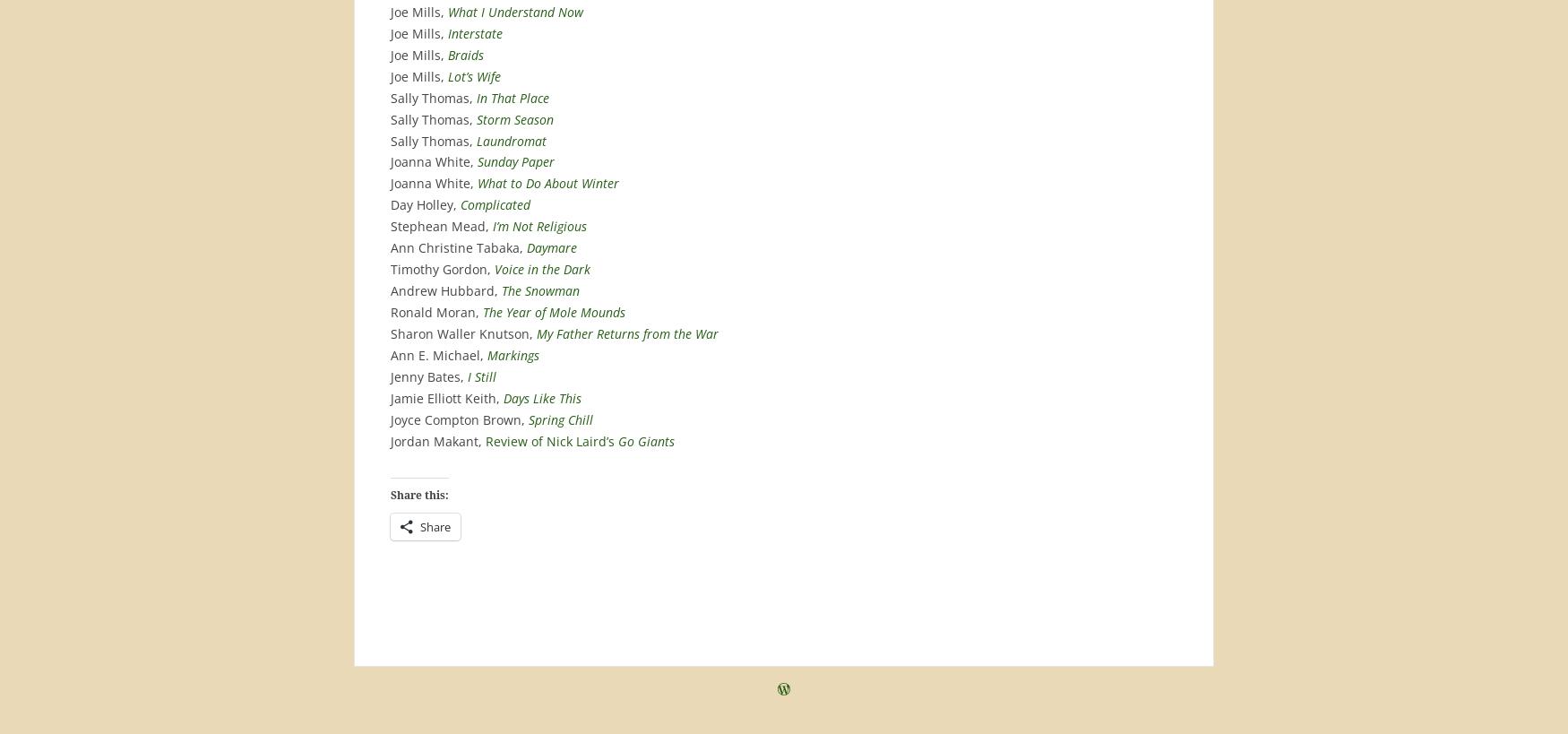 Image resolution: width=1568 pixels, height=734 pixels. What do you see at coordinates (646, 440) in the screenshot?
I see `'Go Giants'` at bounding box center [646, 440].